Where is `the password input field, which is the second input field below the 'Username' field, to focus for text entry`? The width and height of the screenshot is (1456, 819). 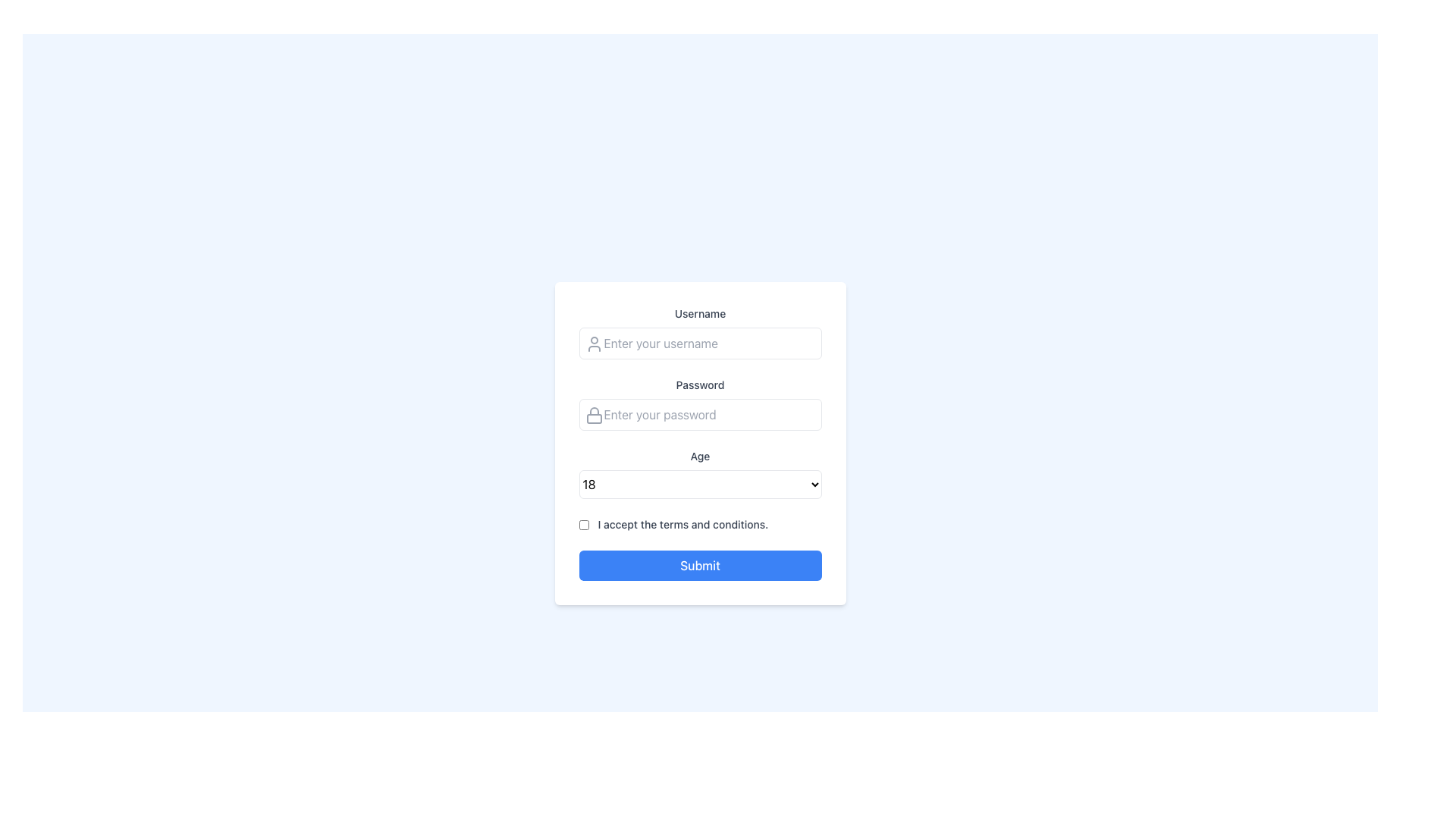
the password input field, which is the second input field below the 'Username' field, to focus for text entry is located at coordinates (699, 403).